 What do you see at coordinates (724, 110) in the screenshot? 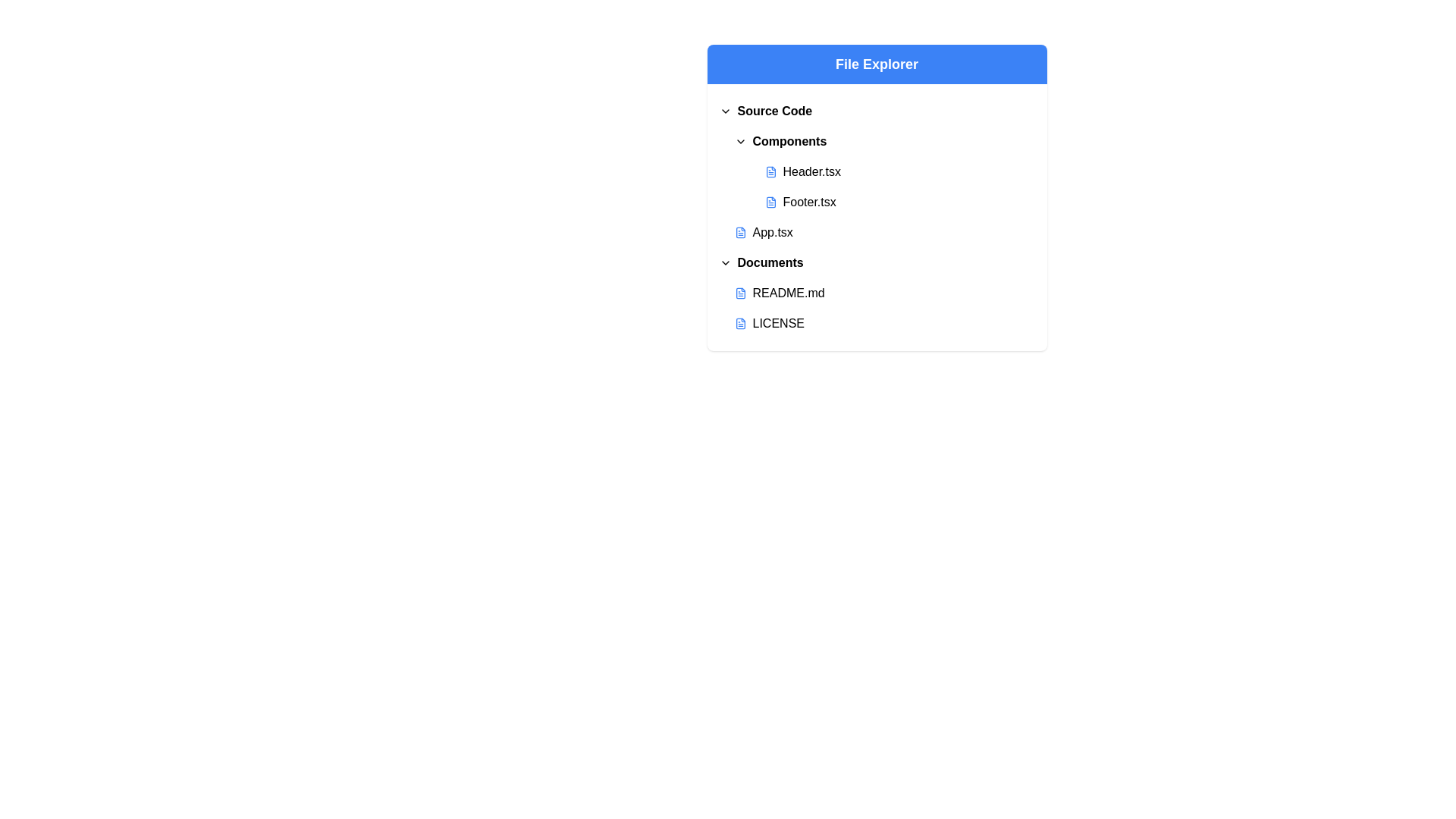
I see `the Chevron Down icon located to the left of the 'Source Code' text` at bounding box center [724, 110].